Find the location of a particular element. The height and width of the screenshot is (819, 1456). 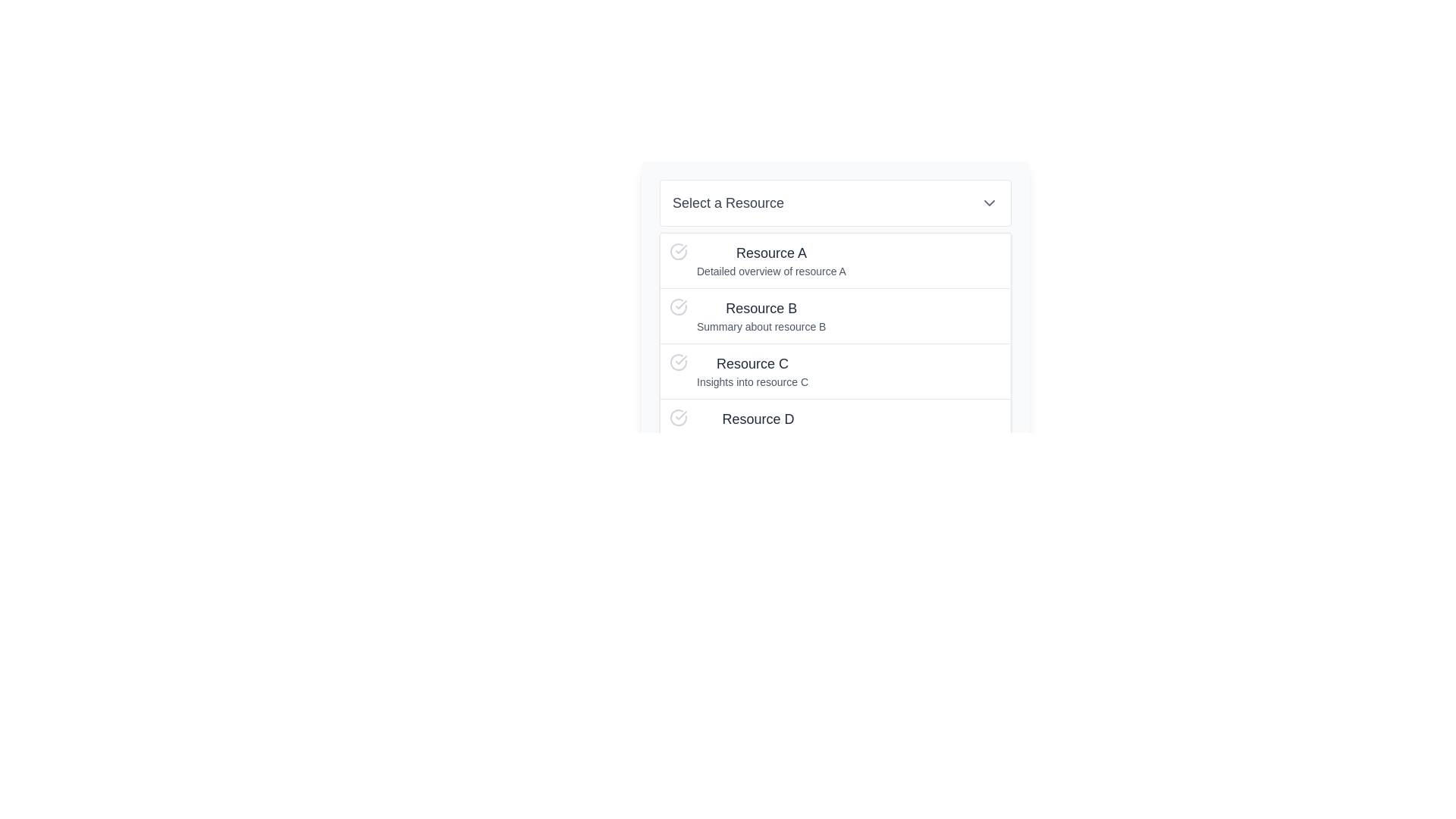

the Text label that informs the user about the functionality of the associated dropdown menu is located at coordinates (728, 202).